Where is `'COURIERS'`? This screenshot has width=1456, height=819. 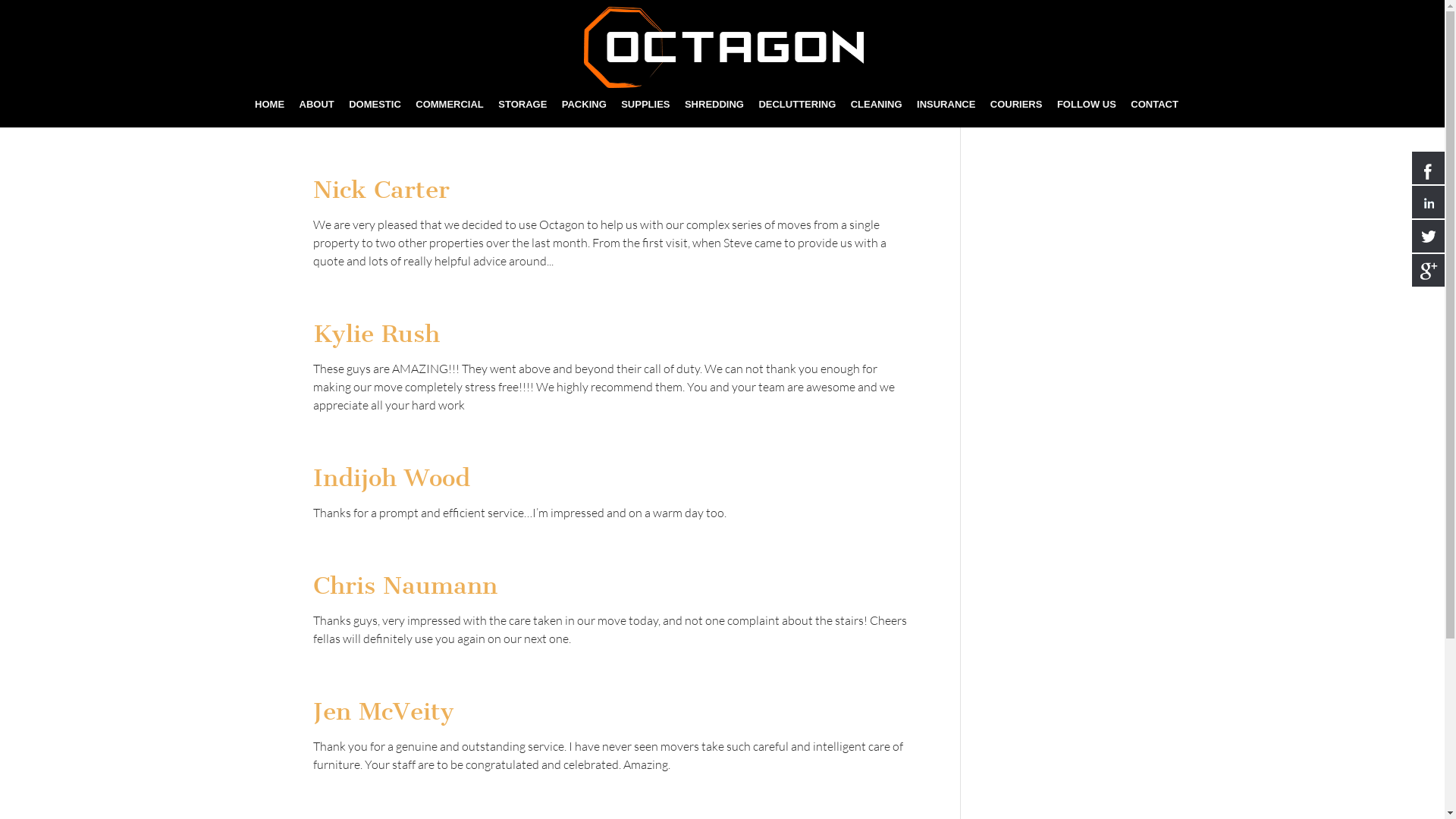
'COURIERS' is located at coordinates (1016, 112).